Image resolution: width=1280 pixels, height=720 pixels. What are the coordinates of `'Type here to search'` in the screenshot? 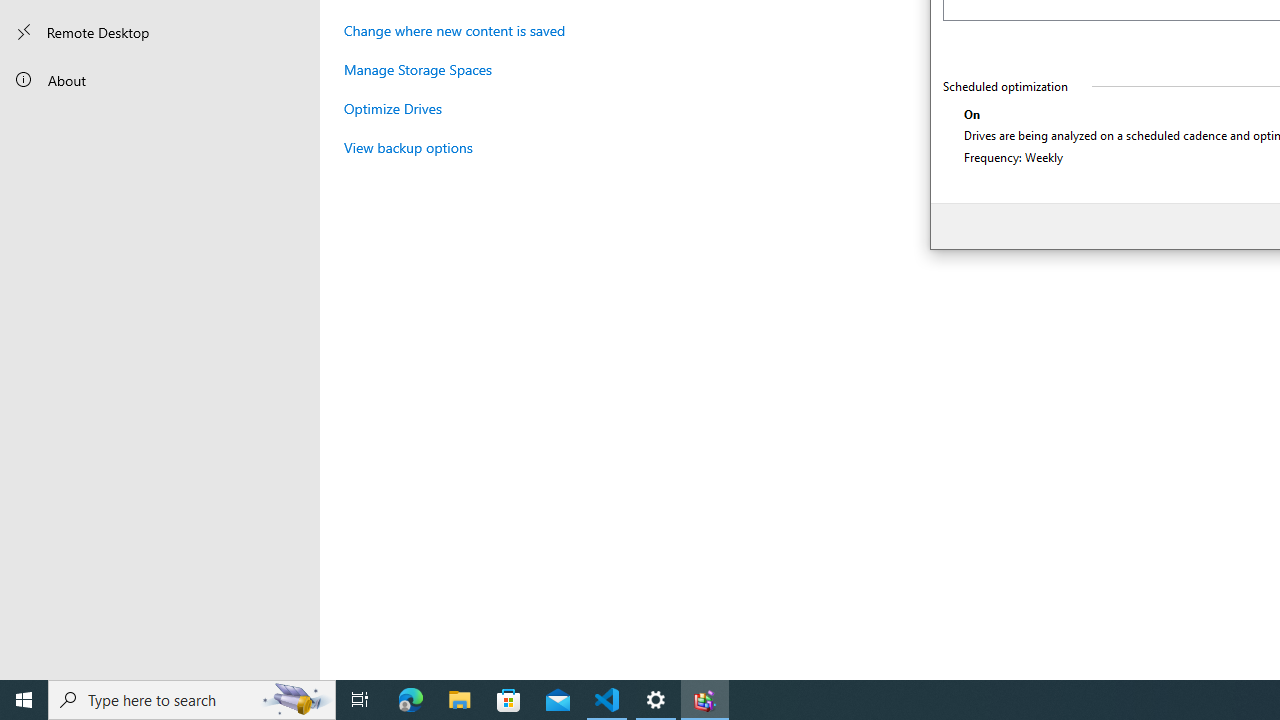 It's located at (192, 698).